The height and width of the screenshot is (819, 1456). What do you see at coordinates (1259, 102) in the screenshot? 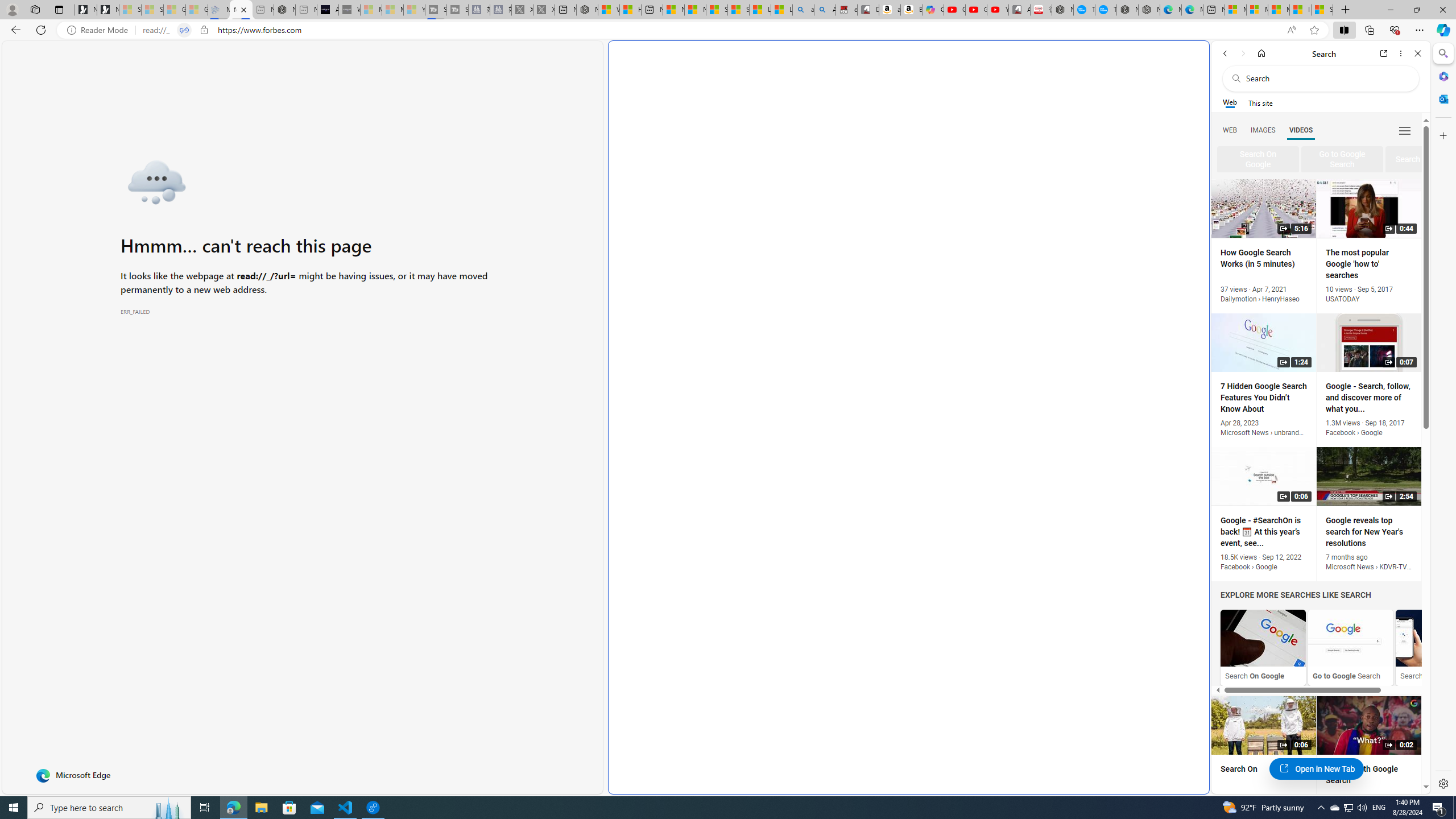
I see `'This site scope'` at bounding box center [1259, 102].